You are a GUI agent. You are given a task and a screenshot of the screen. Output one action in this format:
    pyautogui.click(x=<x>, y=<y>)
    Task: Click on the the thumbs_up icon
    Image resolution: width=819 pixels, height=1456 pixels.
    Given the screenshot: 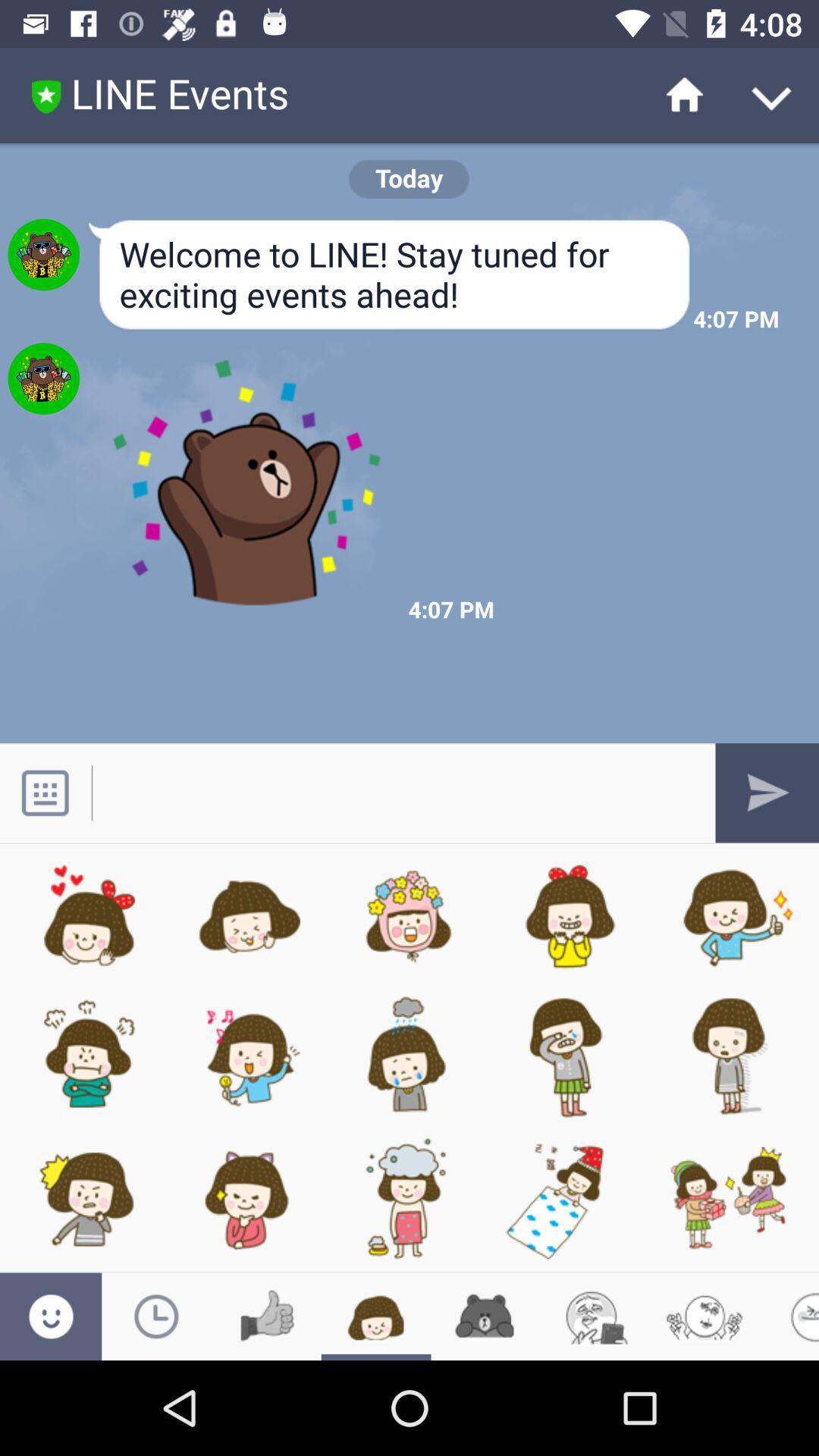 What is the action you would take?
    pyautogui.click(x=265, y=1316)
    